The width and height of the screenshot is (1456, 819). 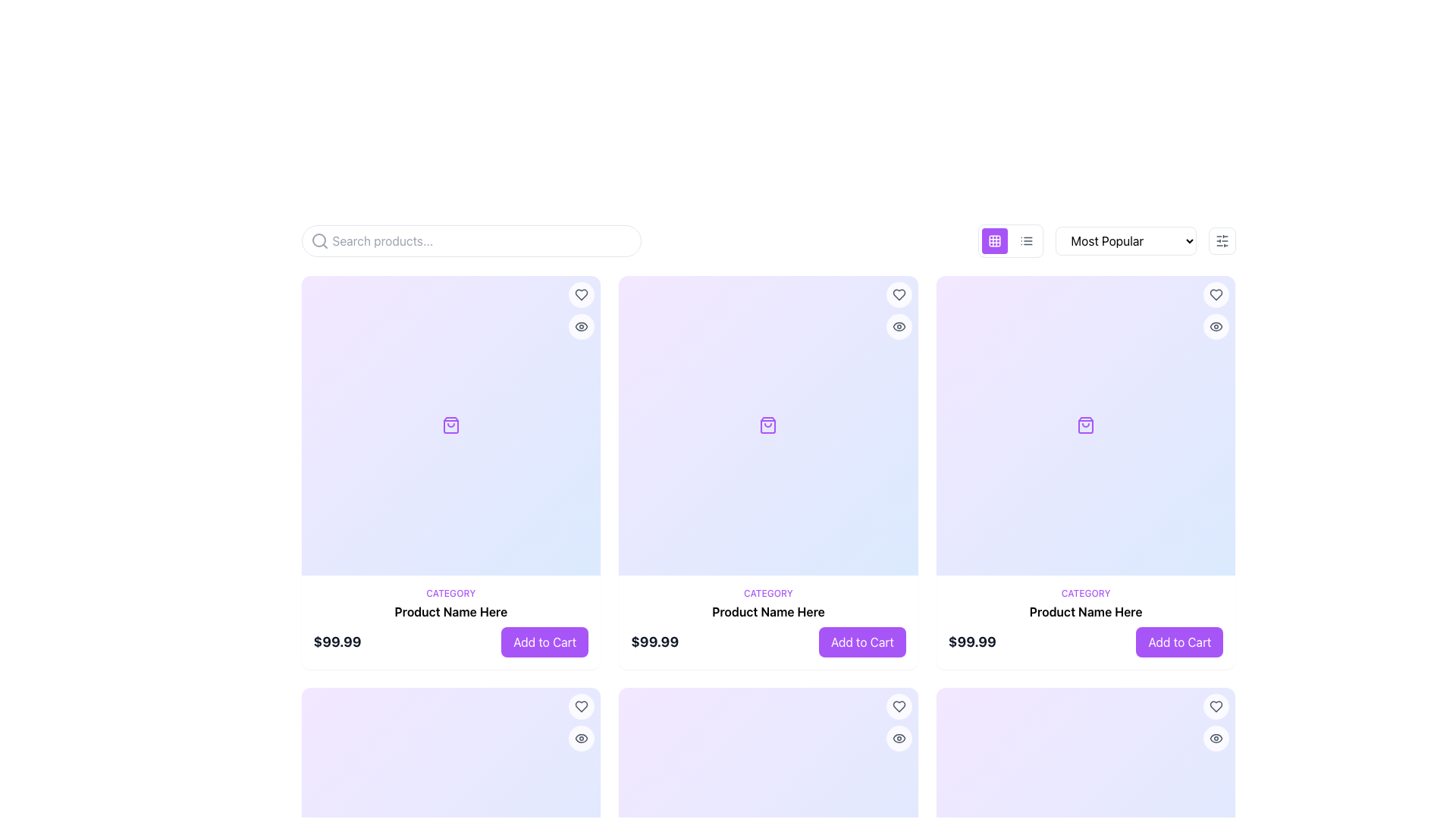 I want to click on the adjustment or settings icon located in the top-right grouping of the UI, specifically in the third box of the horizontal control options, so click(x=1222, y=240).